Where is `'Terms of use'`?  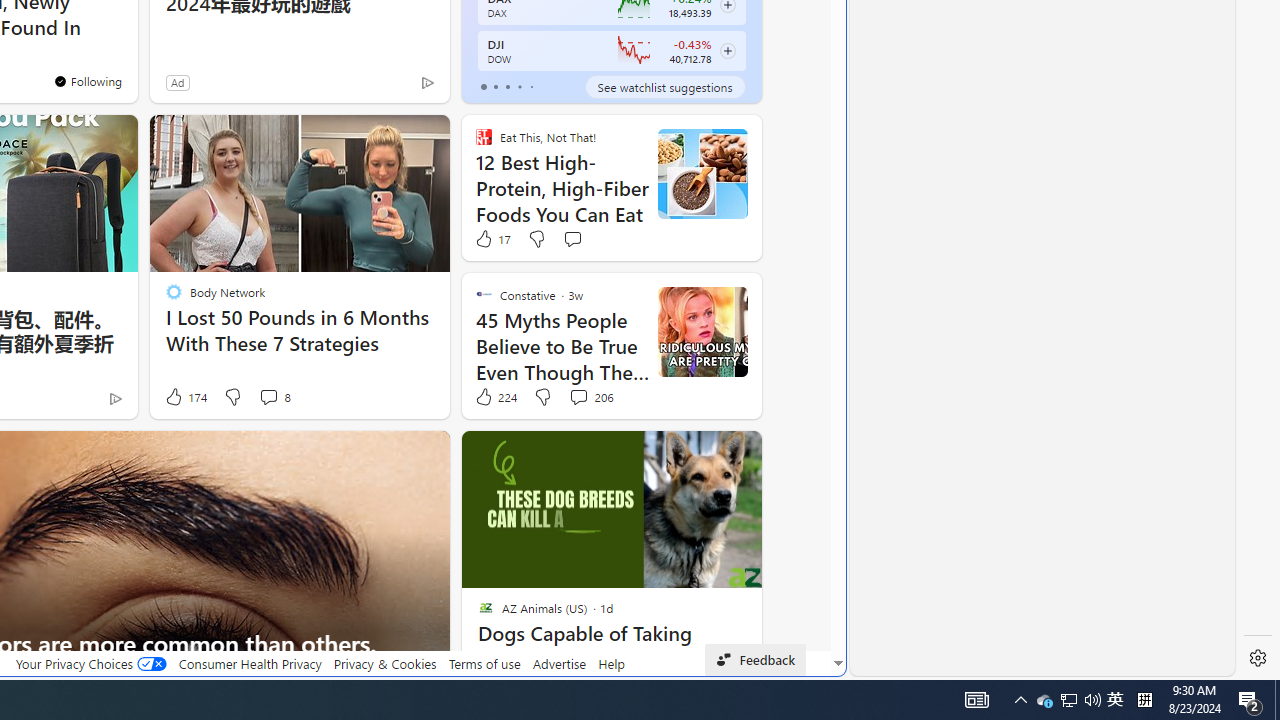 'Terms of use' is located at coordinates (484, 663).